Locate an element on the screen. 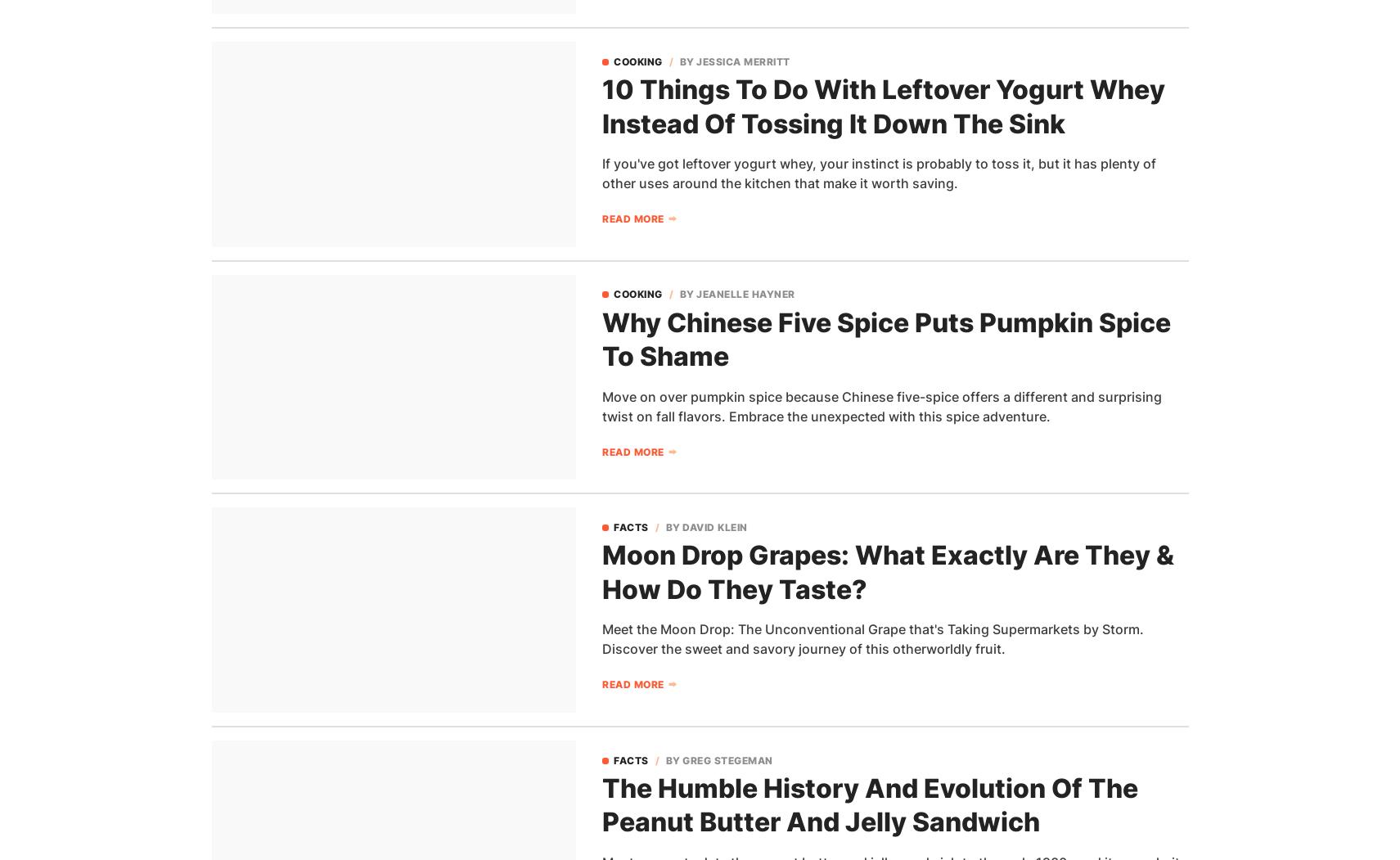 The image size is (1400, 860). 'If you've got leftover yogurt whey, your instinct is probably to toss it, but it has plenty of other uses around the kitchen that make it worth saving.' is located at coordinates (601, 172).